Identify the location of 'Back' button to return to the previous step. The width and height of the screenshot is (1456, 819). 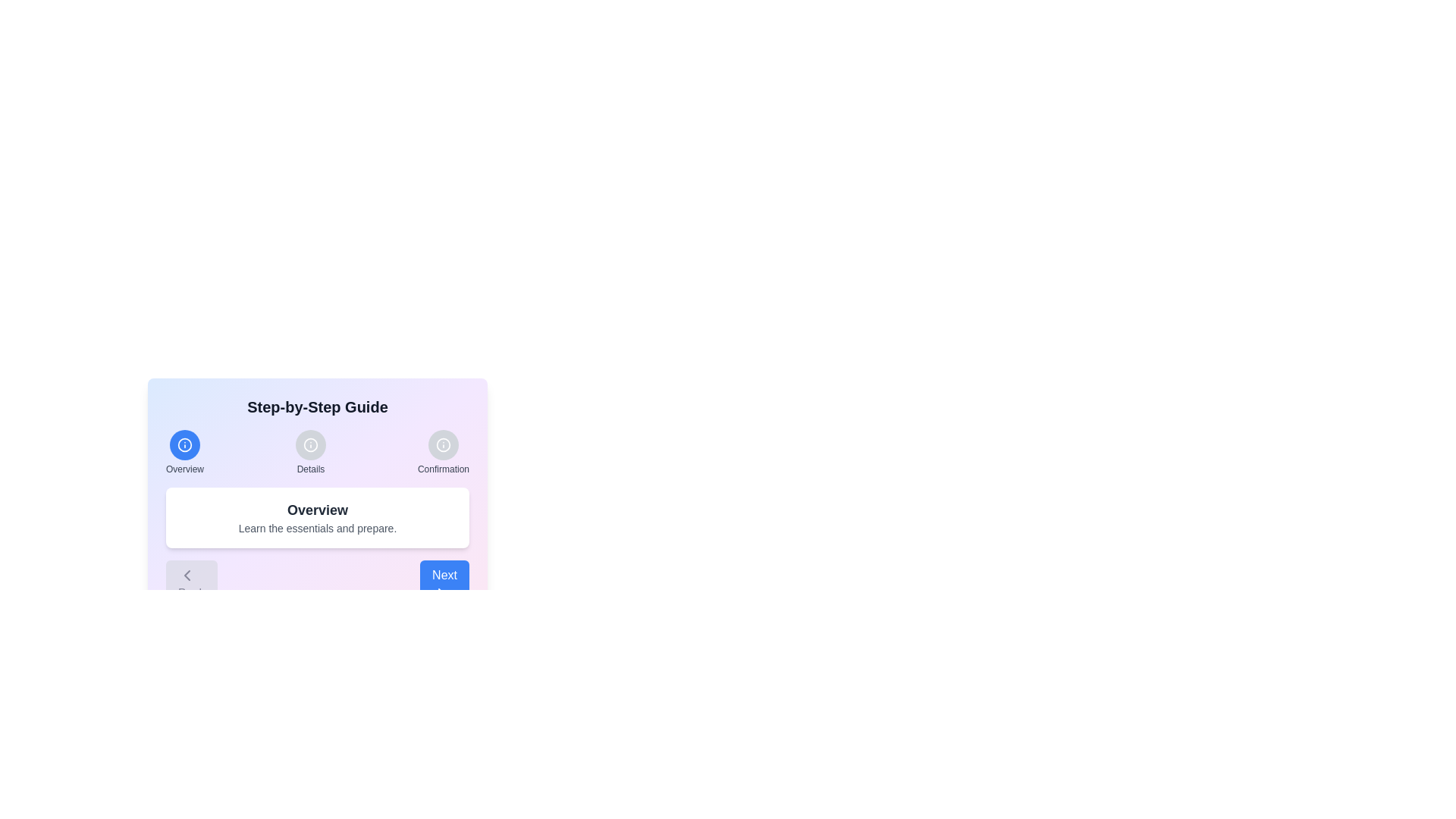
(190, 584).